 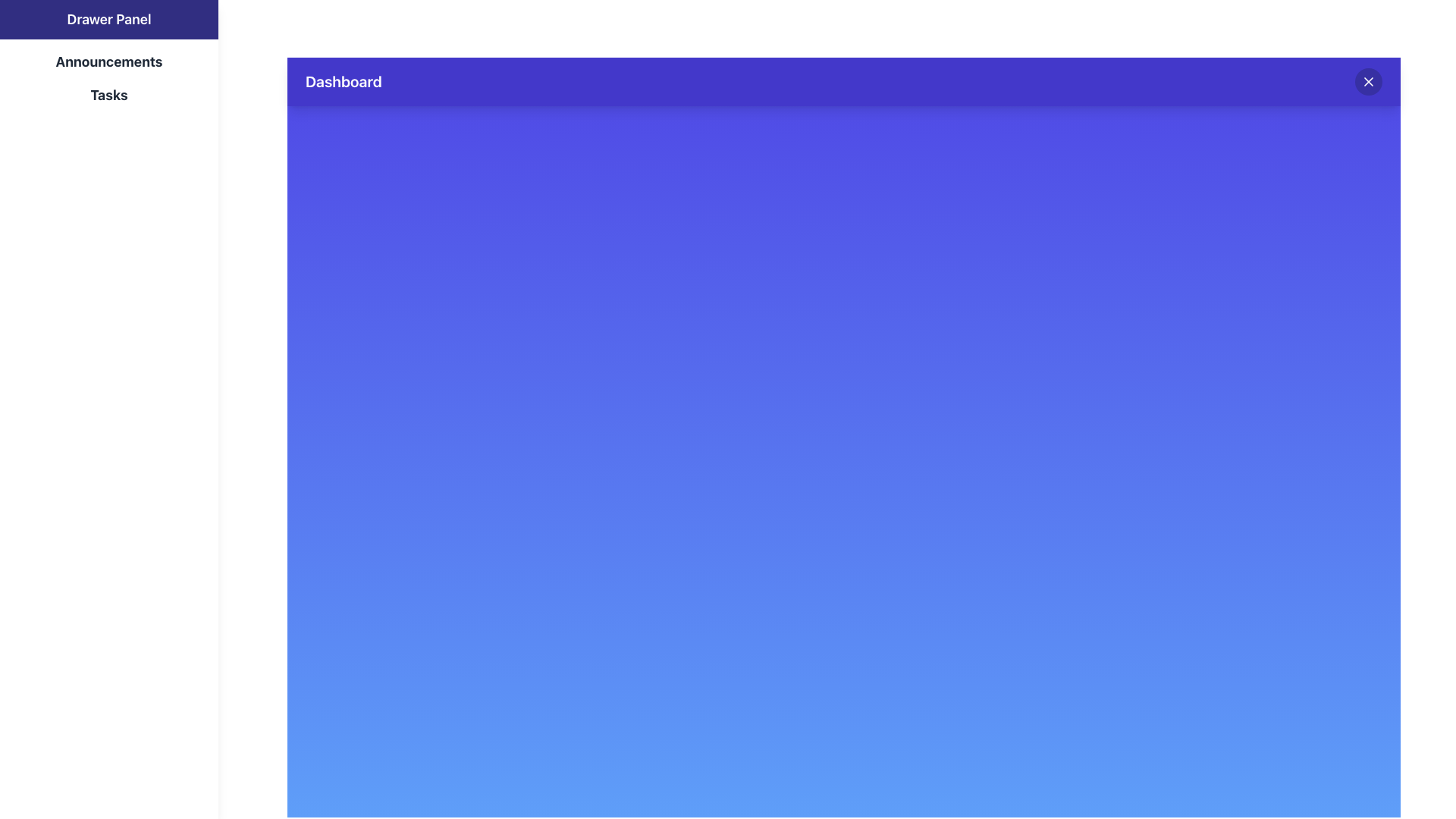 What do you see at coordinates (343, 82) in the screenshot?
I see `the leftmost Text Label in the header section, which indicates the current section or page being viewed` at bounding box center [343, 82].